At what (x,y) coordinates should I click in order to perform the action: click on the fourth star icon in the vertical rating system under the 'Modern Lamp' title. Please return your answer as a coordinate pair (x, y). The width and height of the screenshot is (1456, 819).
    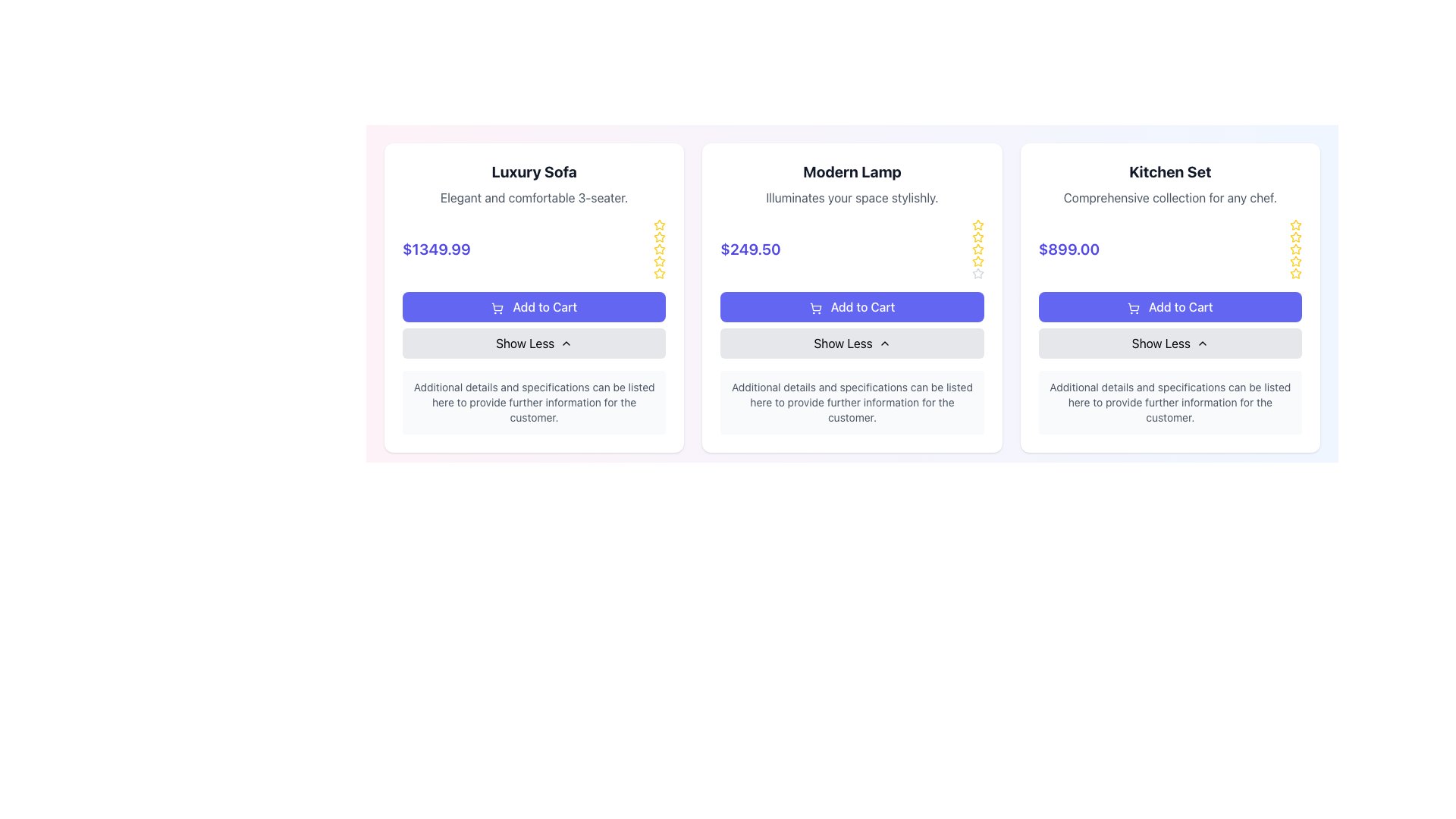
    Looking at the image, I should click on (977, 273).